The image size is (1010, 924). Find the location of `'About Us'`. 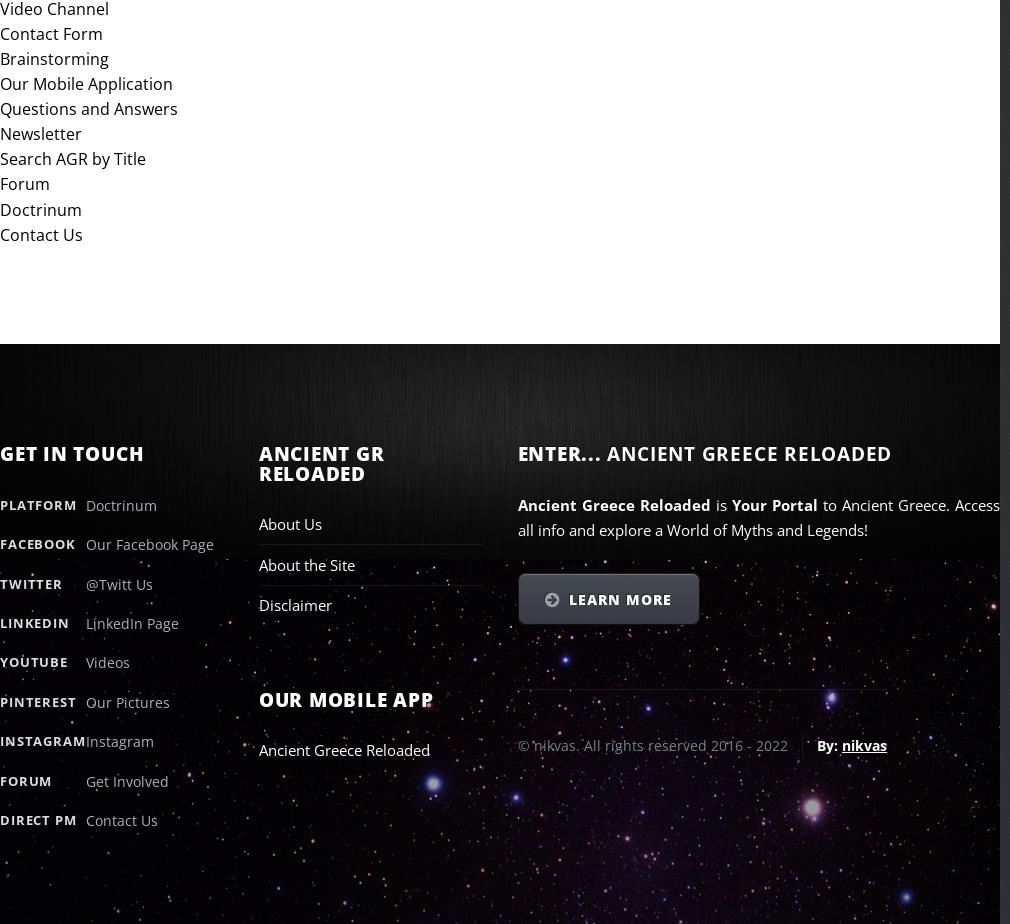

'About Us' is located at coordinates (289, 524).